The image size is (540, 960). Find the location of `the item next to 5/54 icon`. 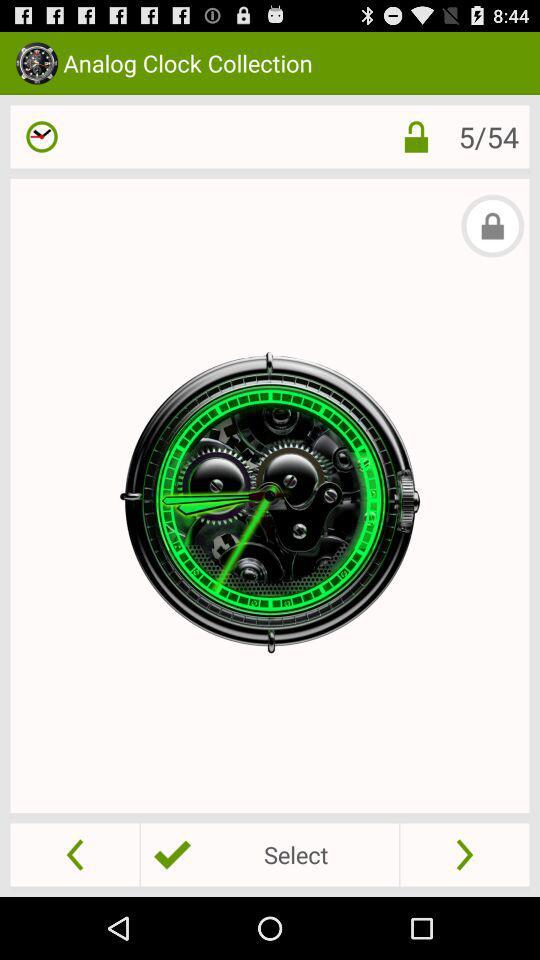

the item next to 5/54 icon is located at coordinates (415, 135).